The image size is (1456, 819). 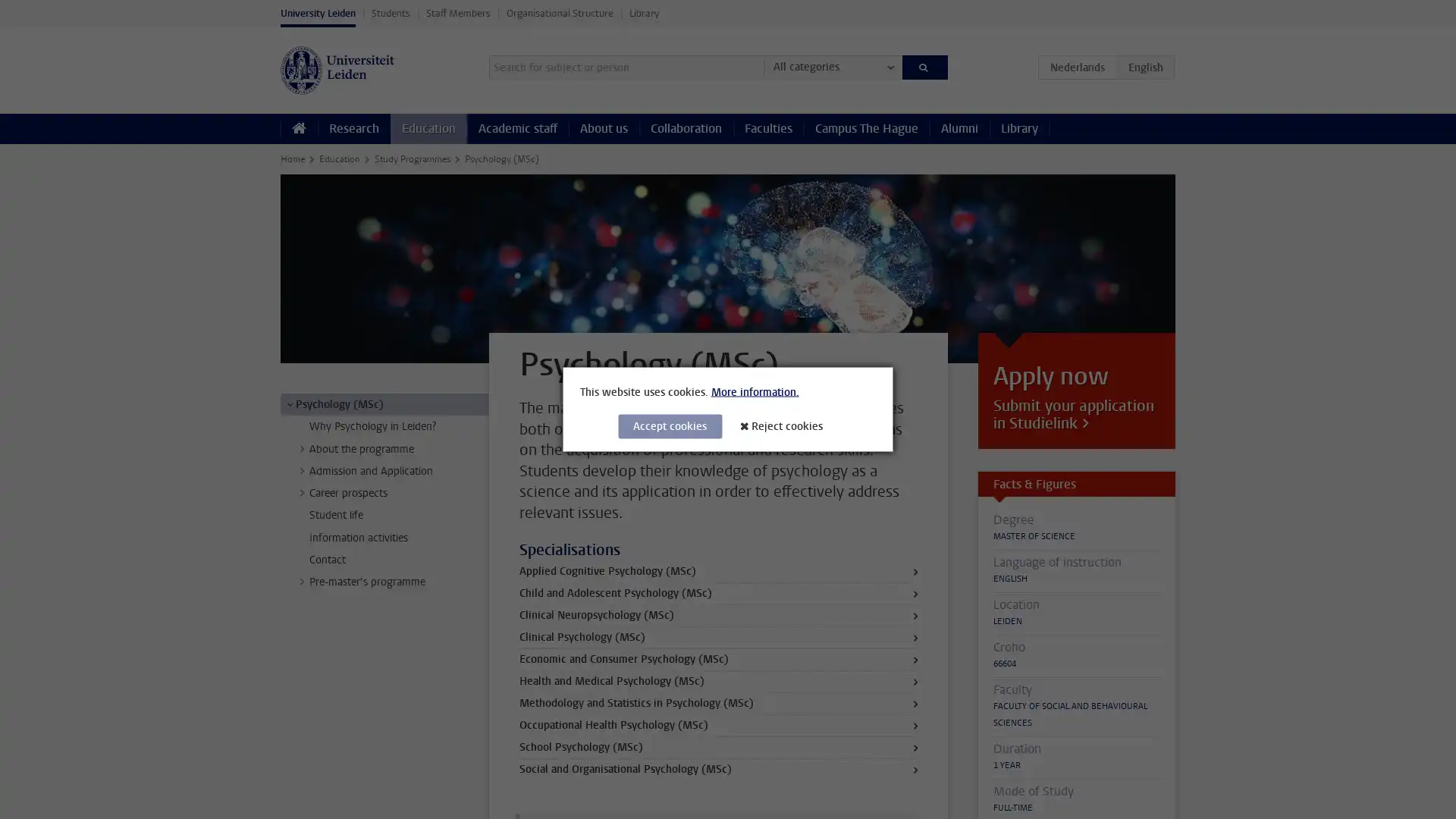 I want to click on >, so click(x=302, y=581).